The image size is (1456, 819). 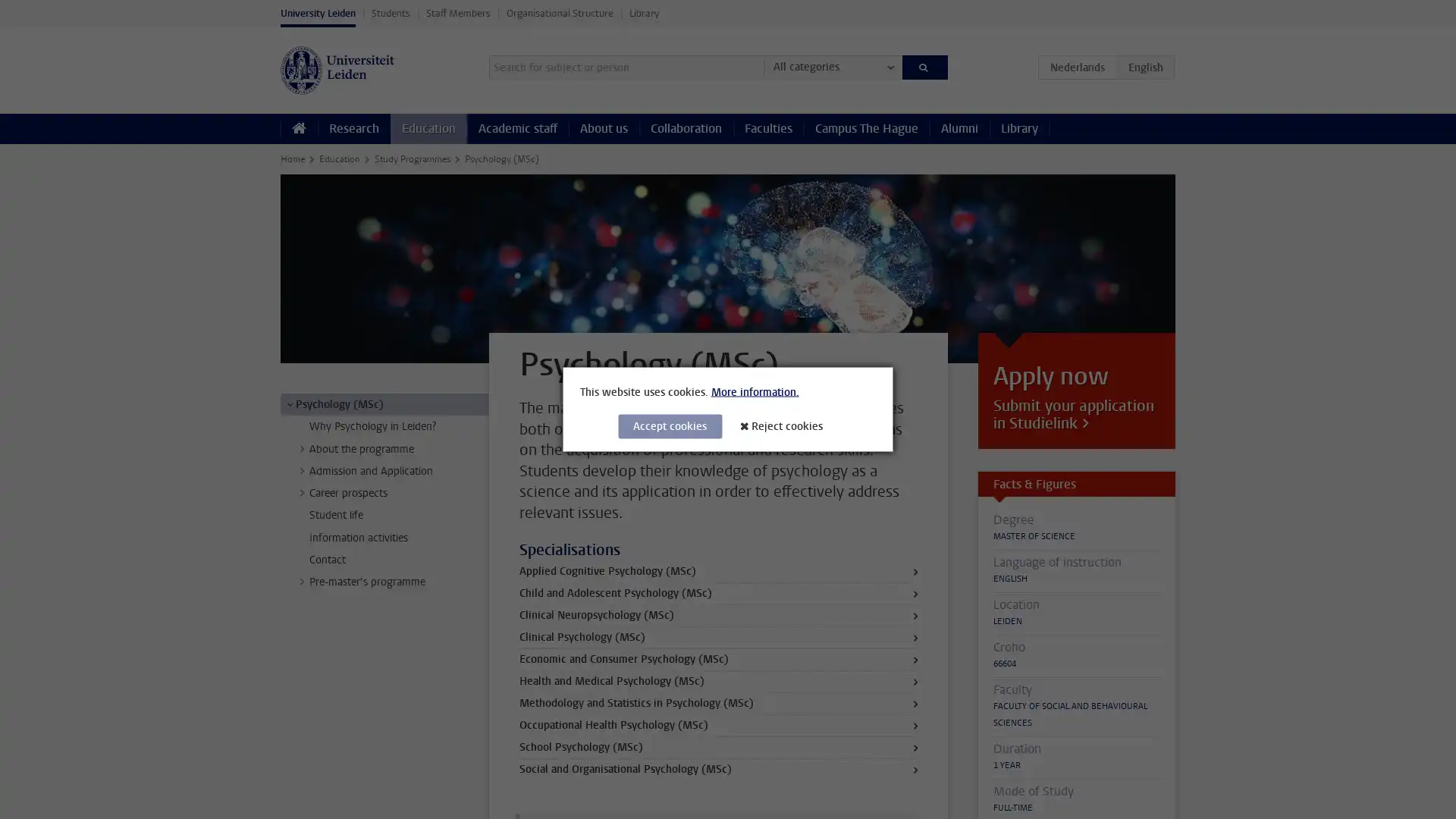 I want to click on >, so click(x=302, y=581).